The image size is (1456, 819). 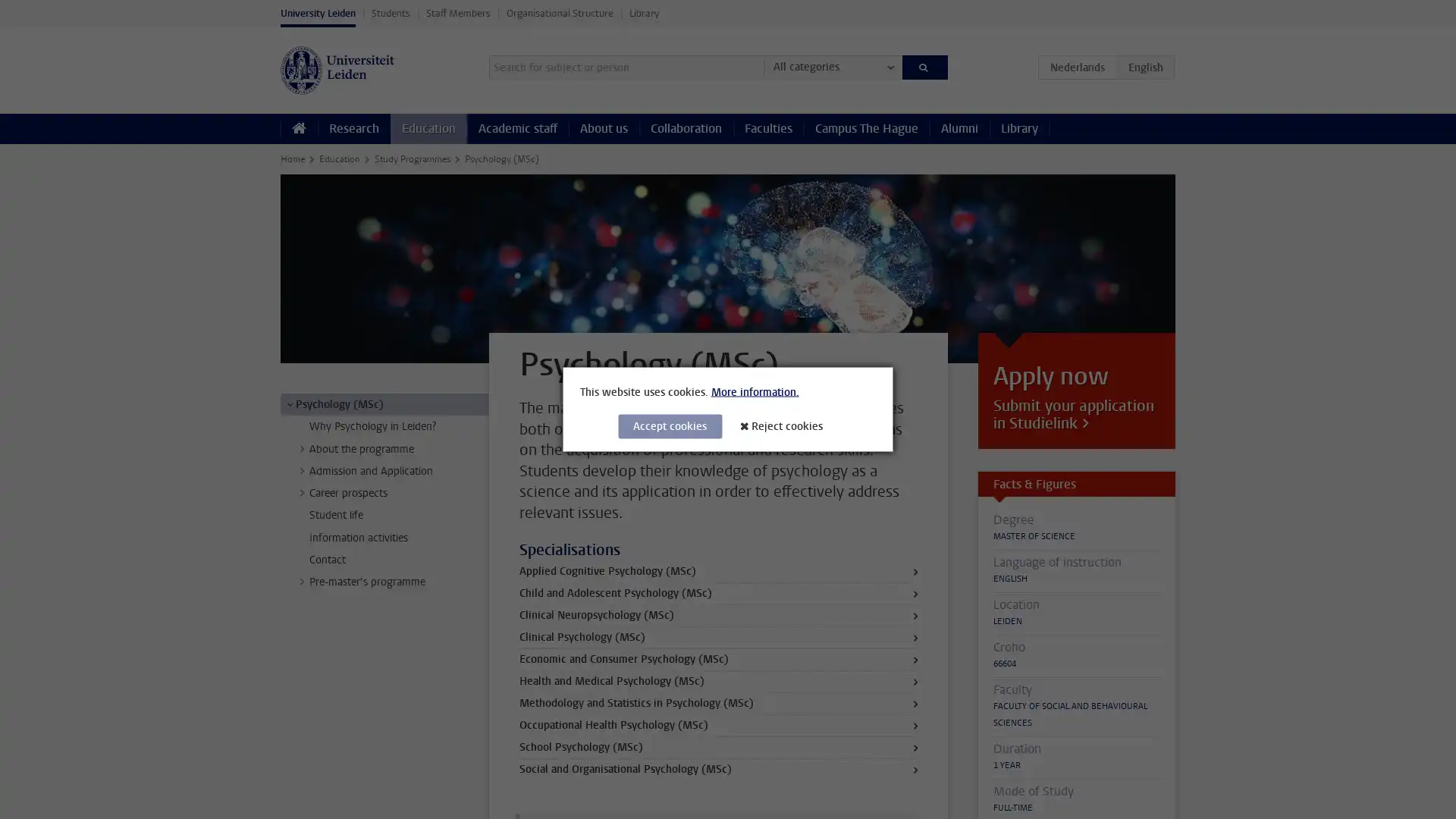 I want to click on >, so click(x=302, y=581).